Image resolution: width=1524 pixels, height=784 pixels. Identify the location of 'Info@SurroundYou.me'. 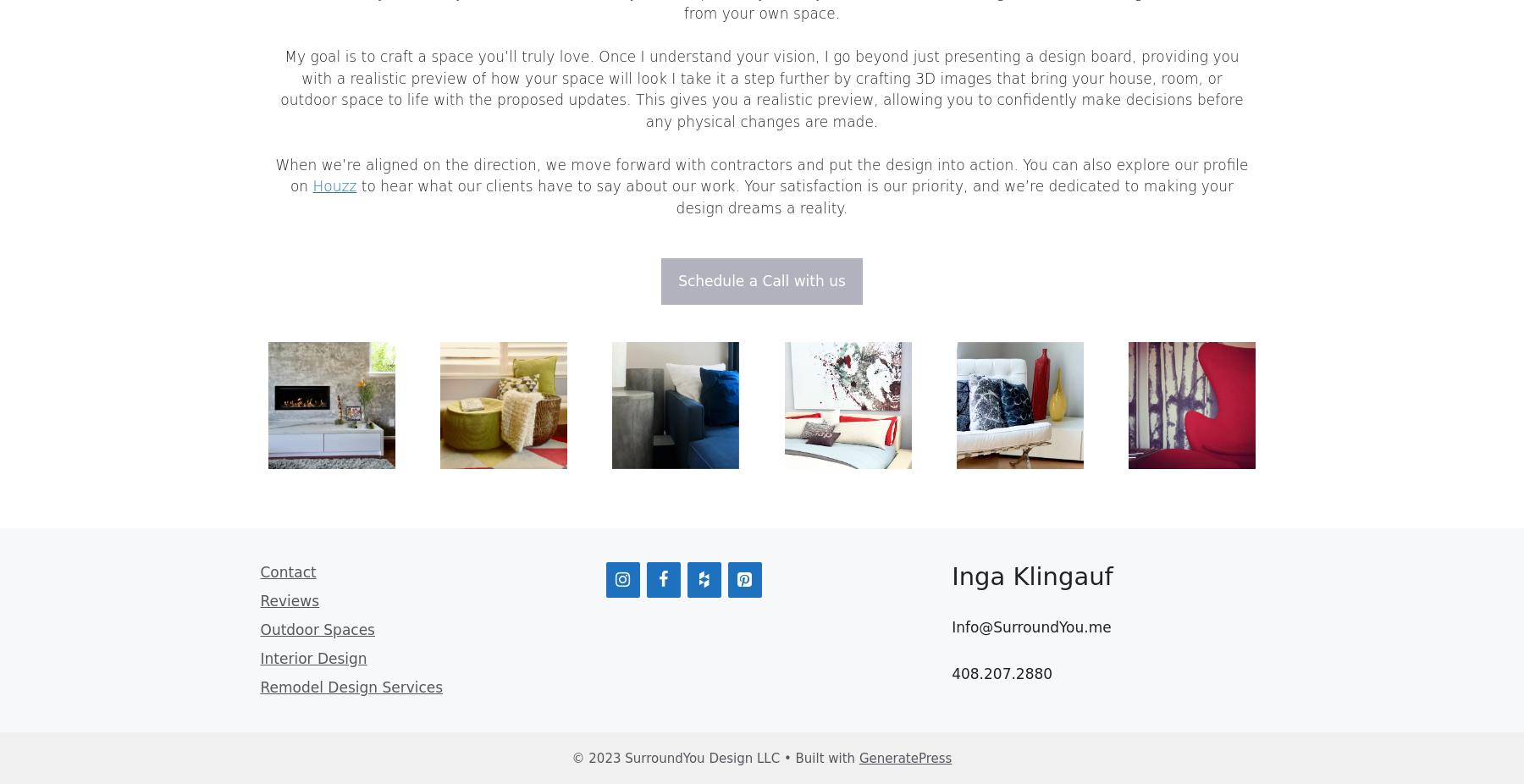
(1030, 626).